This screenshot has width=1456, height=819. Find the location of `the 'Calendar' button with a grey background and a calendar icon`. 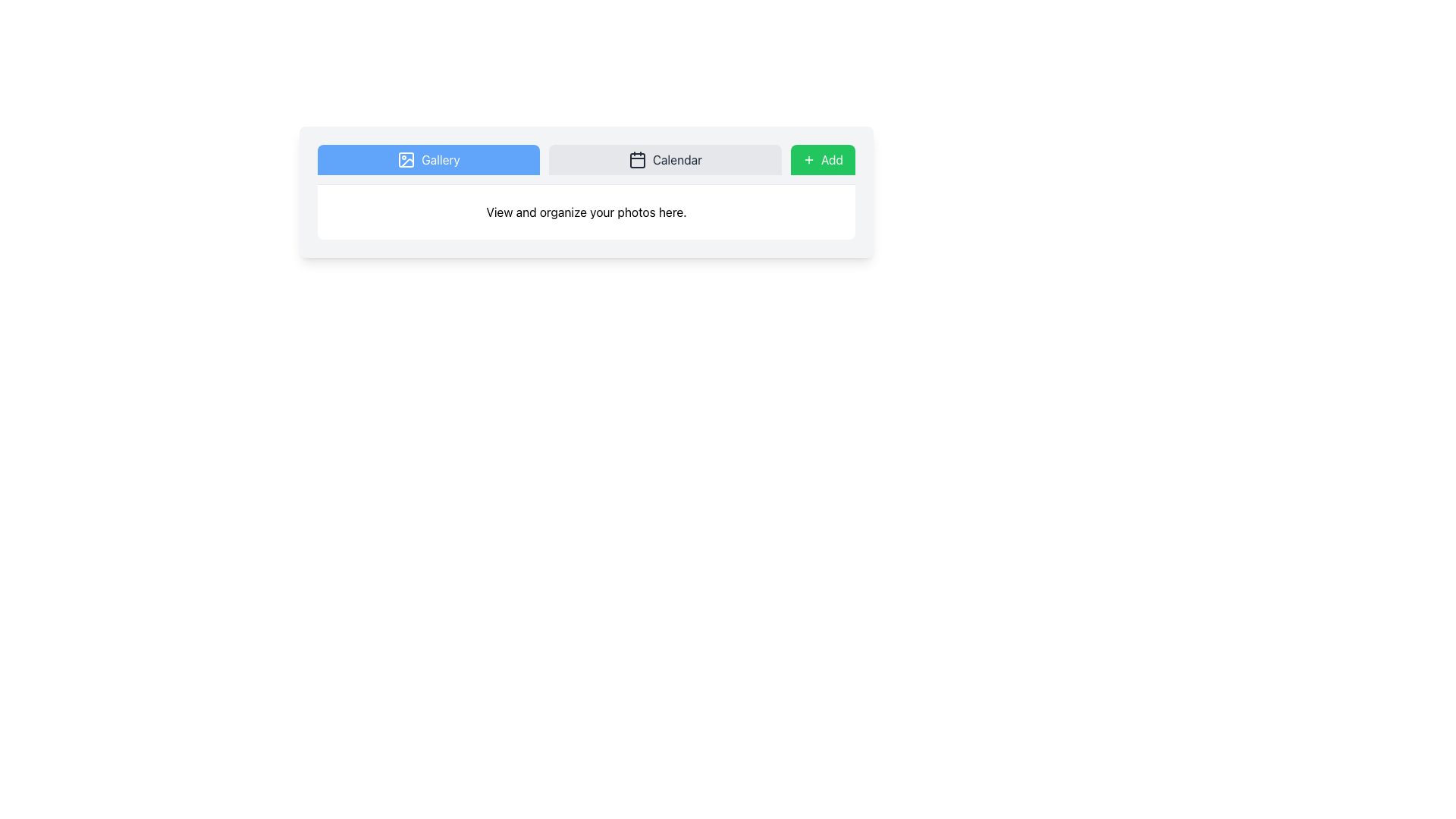

the 'Calendar' button with a grey background and a calendar icon is located at coordinates (665, 160).